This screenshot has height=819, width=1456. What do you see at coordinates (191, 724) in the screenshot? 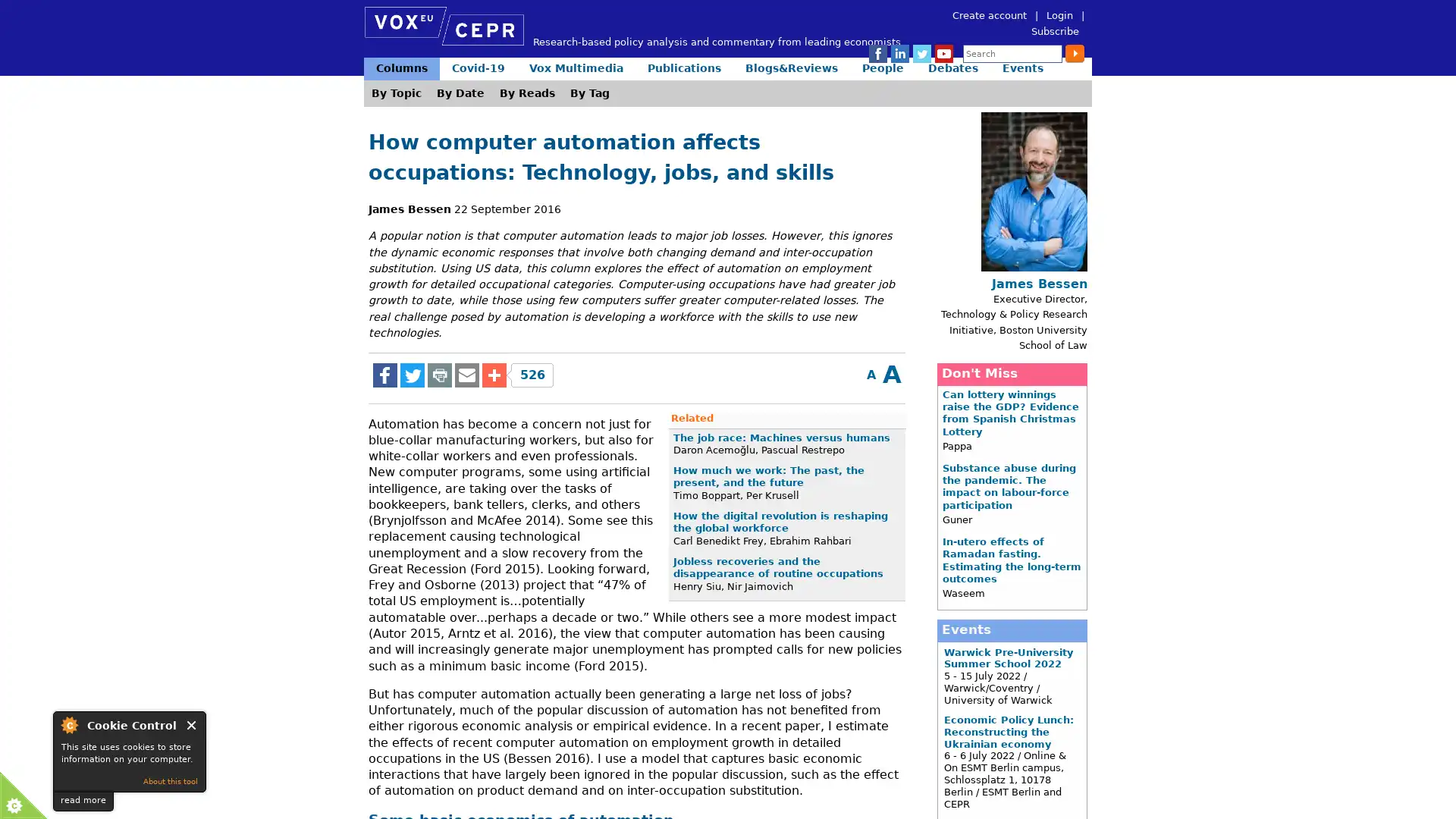
I see `Close` at bounding box center [191, 724].